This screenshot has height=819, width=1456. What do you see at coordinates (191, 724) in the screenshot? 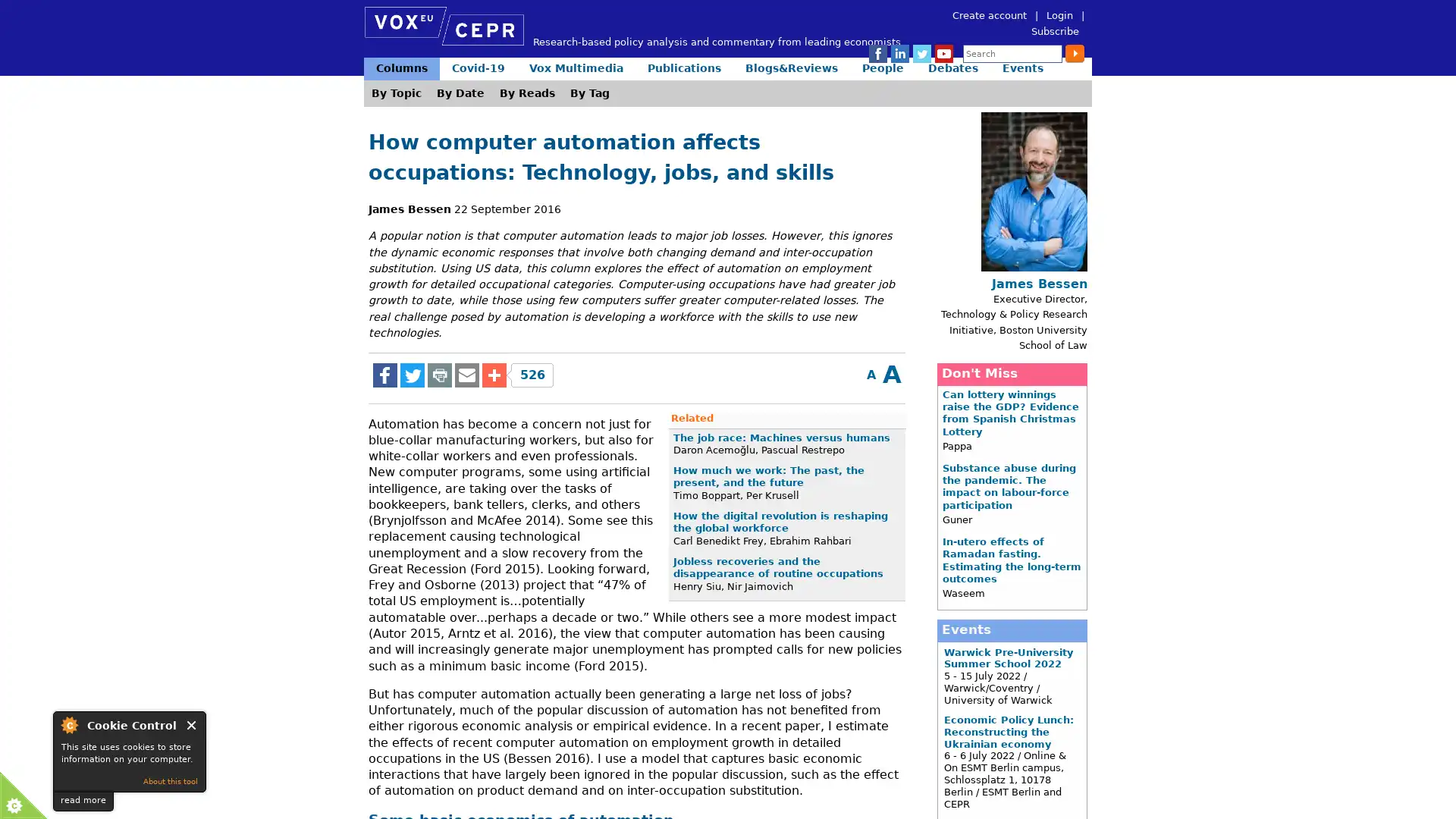
I see `Close` at bounding box center [191, 724].